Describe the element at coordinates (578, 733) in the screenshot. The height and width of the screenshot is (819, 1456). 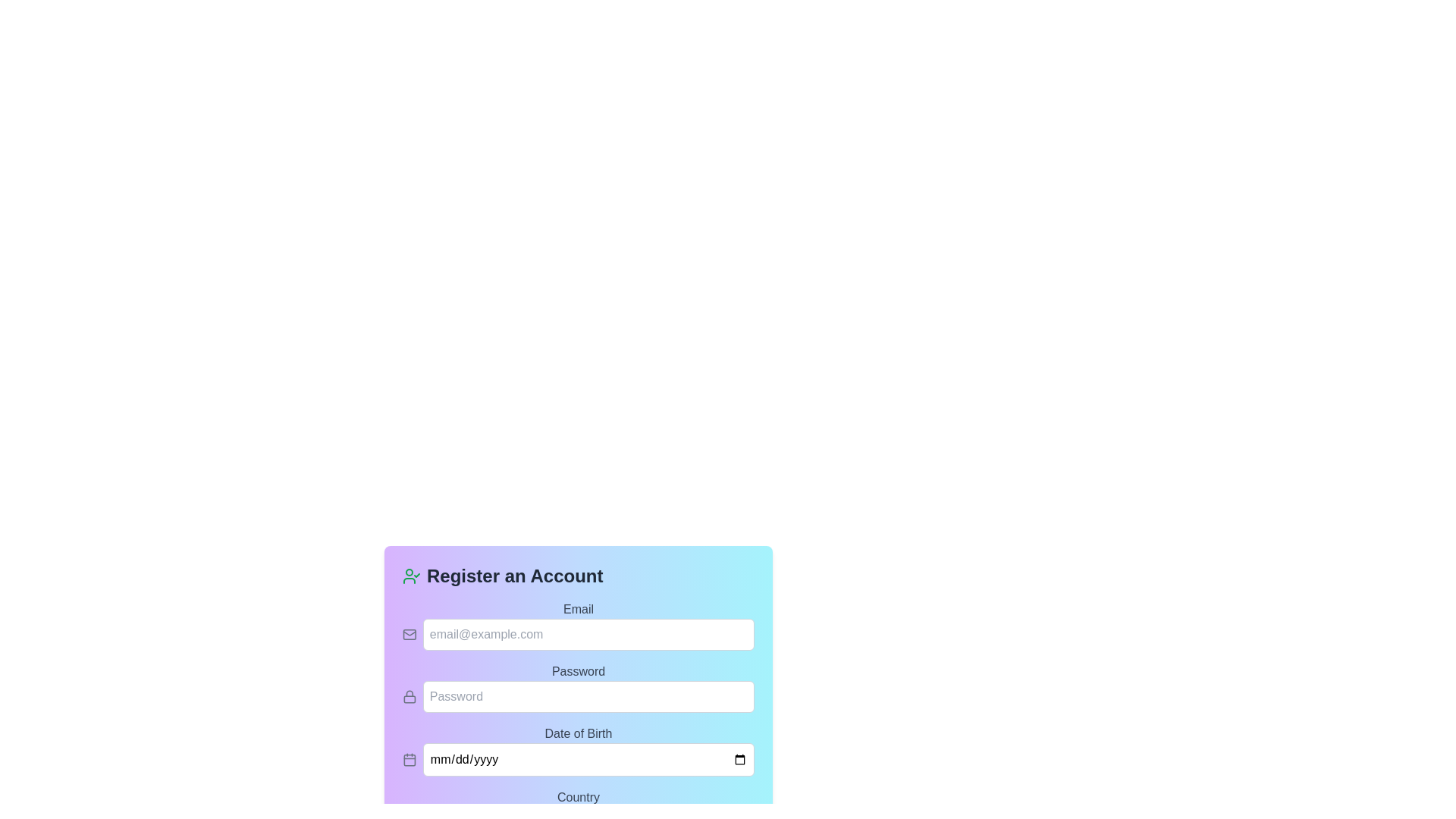
I see `the 'Date of Birth' static text label, which is styled with a gray color and positioned above the date input field on the registration form` at that location.